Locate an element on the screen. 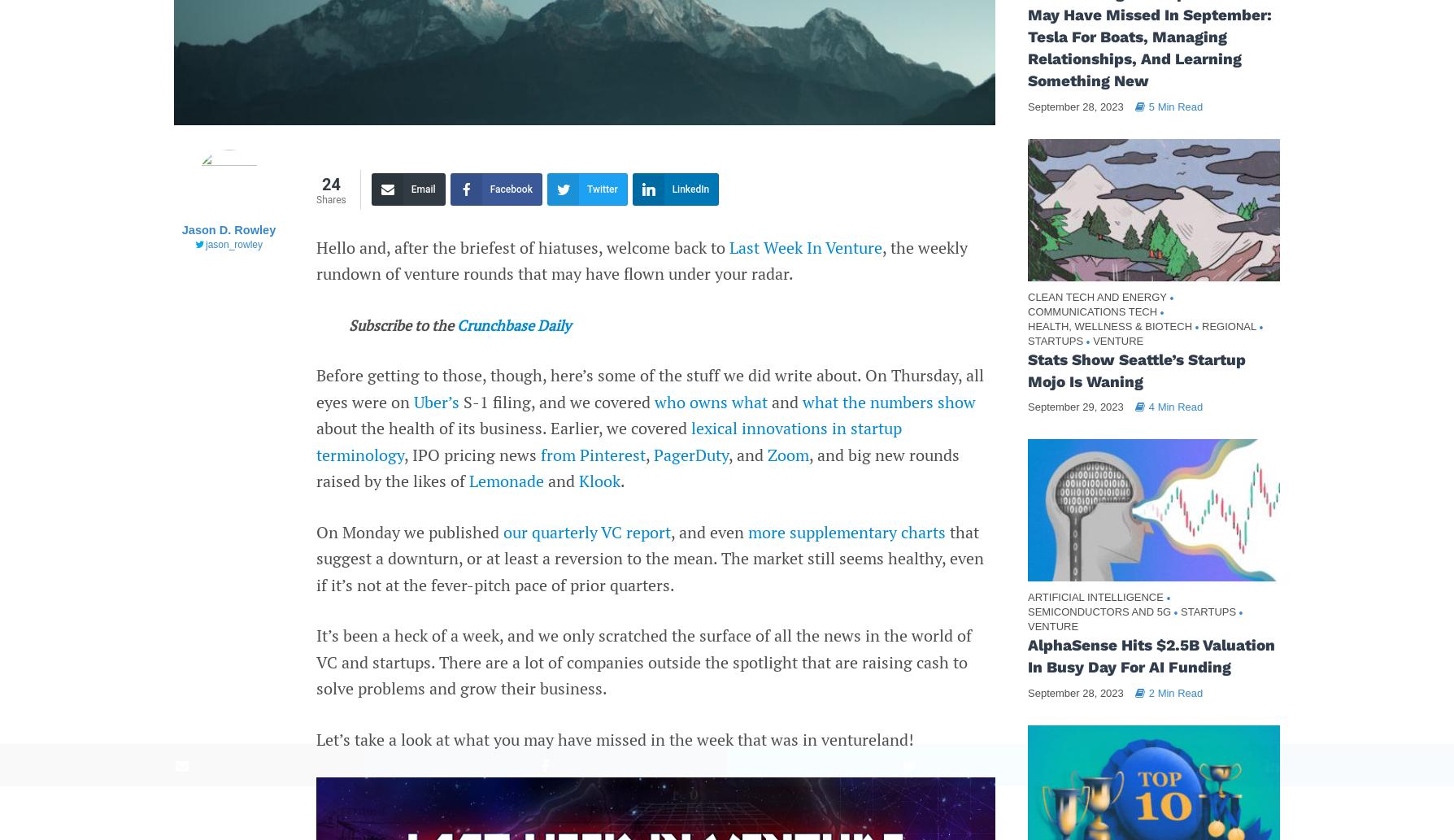 This screenshot has height=840, width=1454. 'jason_rowley' is located at coordinates (233, 244).